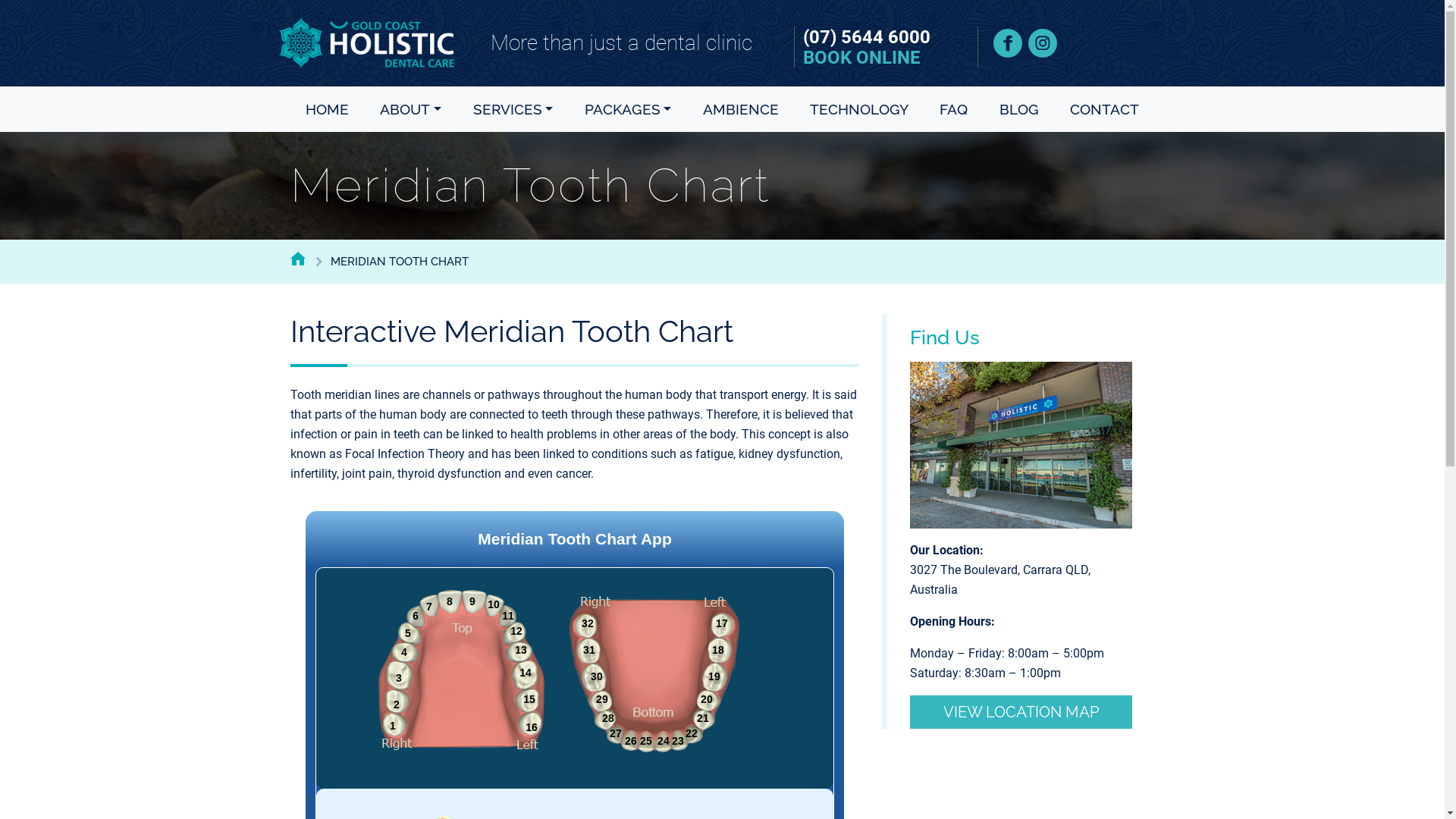  Describe the element at coordinates (1062, 108) in the screenshot. I see `'CONTACT'` at that location.